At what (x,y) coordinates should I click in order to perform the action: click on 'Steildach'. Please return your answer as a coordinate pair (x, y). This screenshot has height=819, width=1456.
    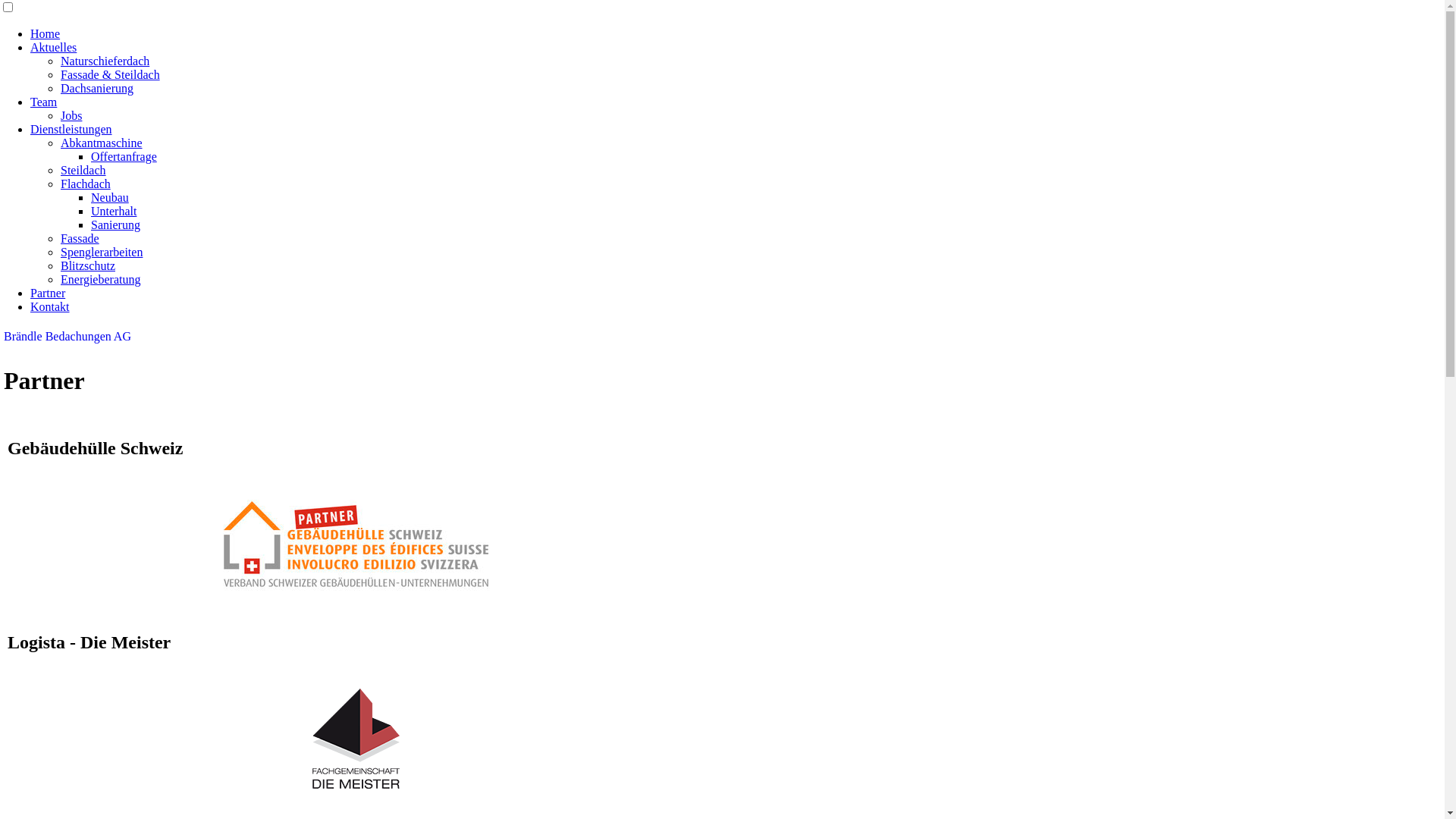
    Looking at the image, I should click on (83, 170).